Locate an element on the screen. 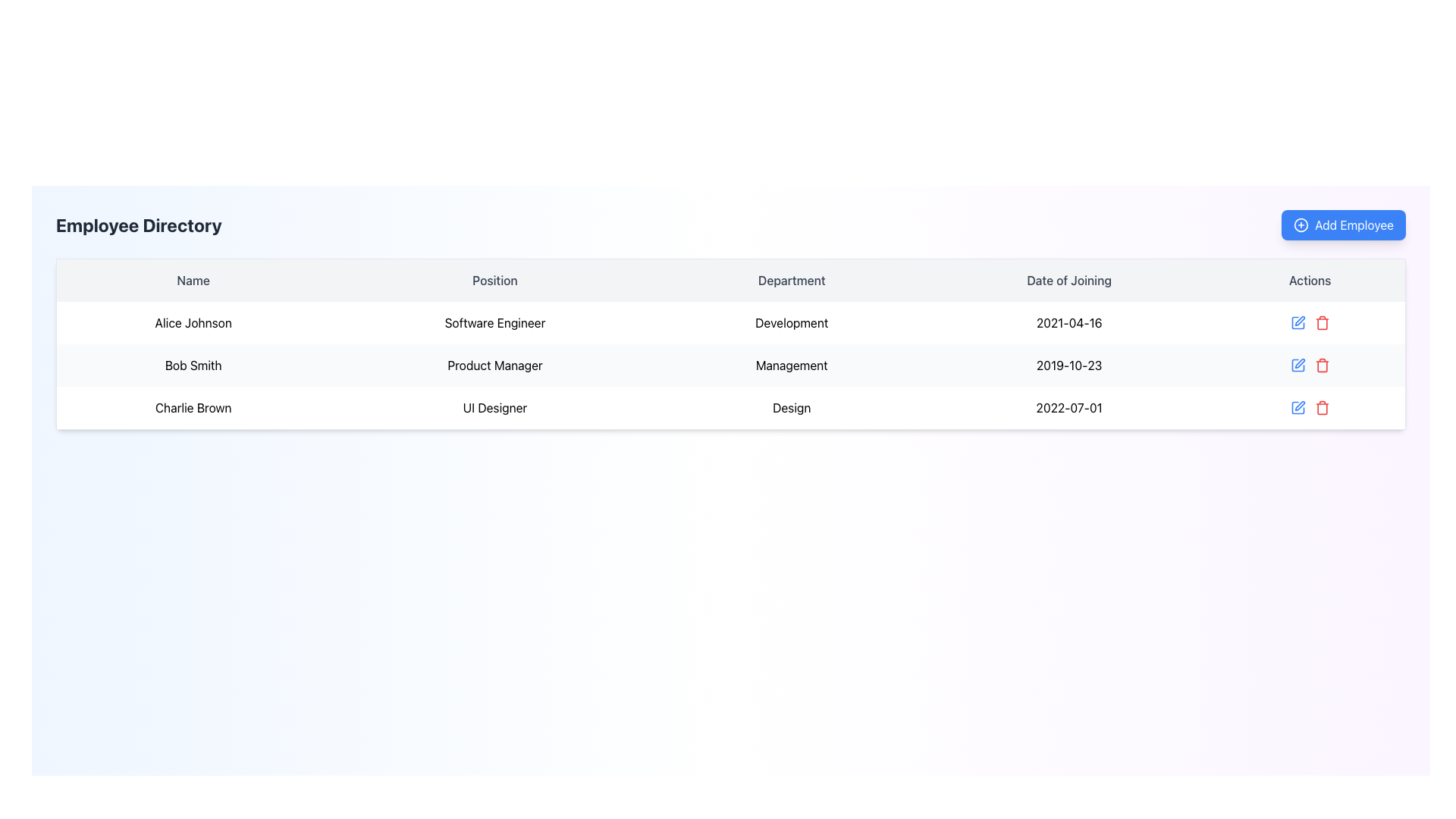 The width and height of the screenshot is (1456, 819). the 'Actions' column header in the table, which is the fifth column header positioned to the right of the 'Date of Joining' column is located at coordinates (1310, 280).